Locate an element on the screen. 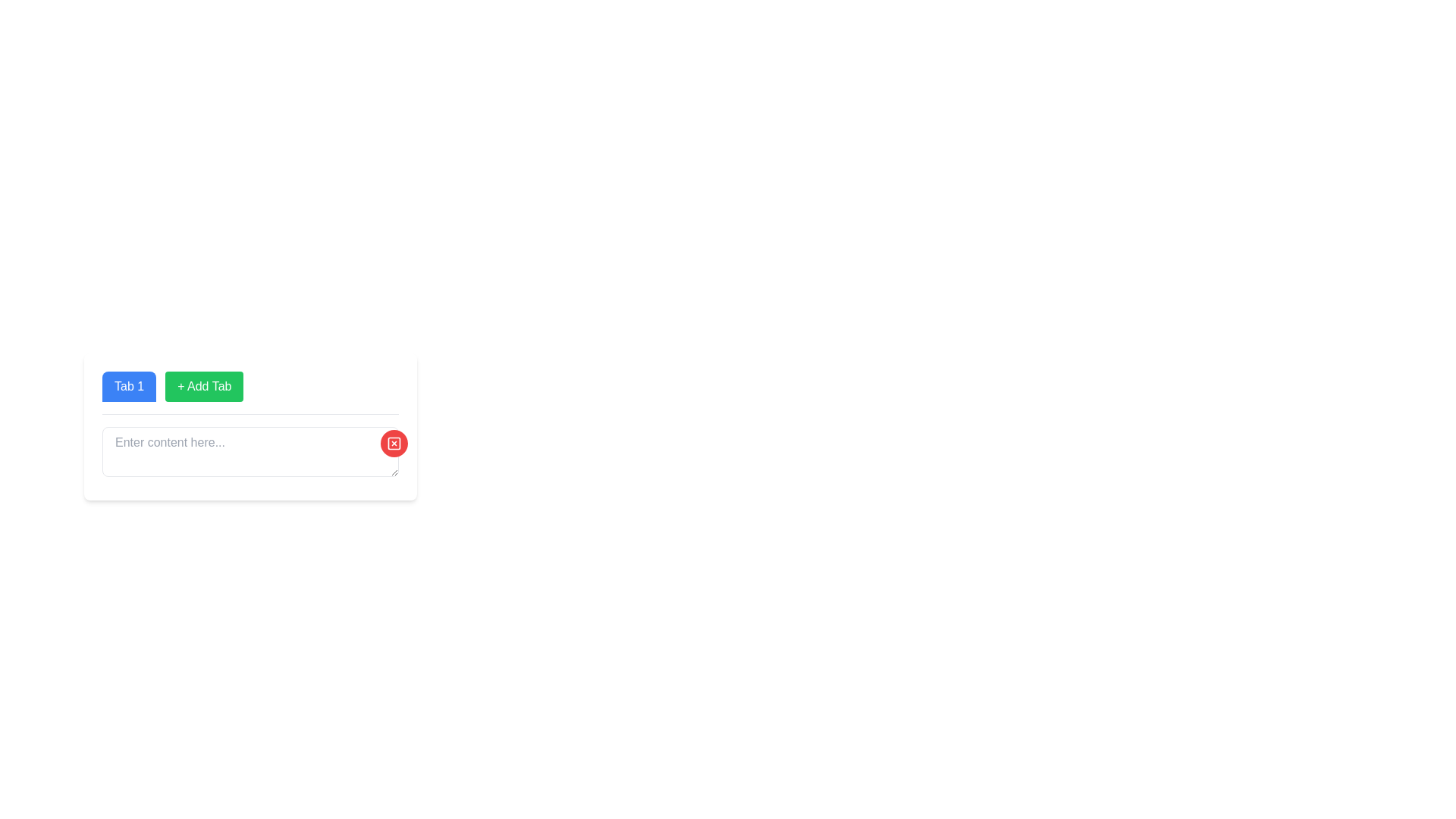  the first tab selector to switch to the content associated with 'Tab 1' is located at coordinates (129, 385).